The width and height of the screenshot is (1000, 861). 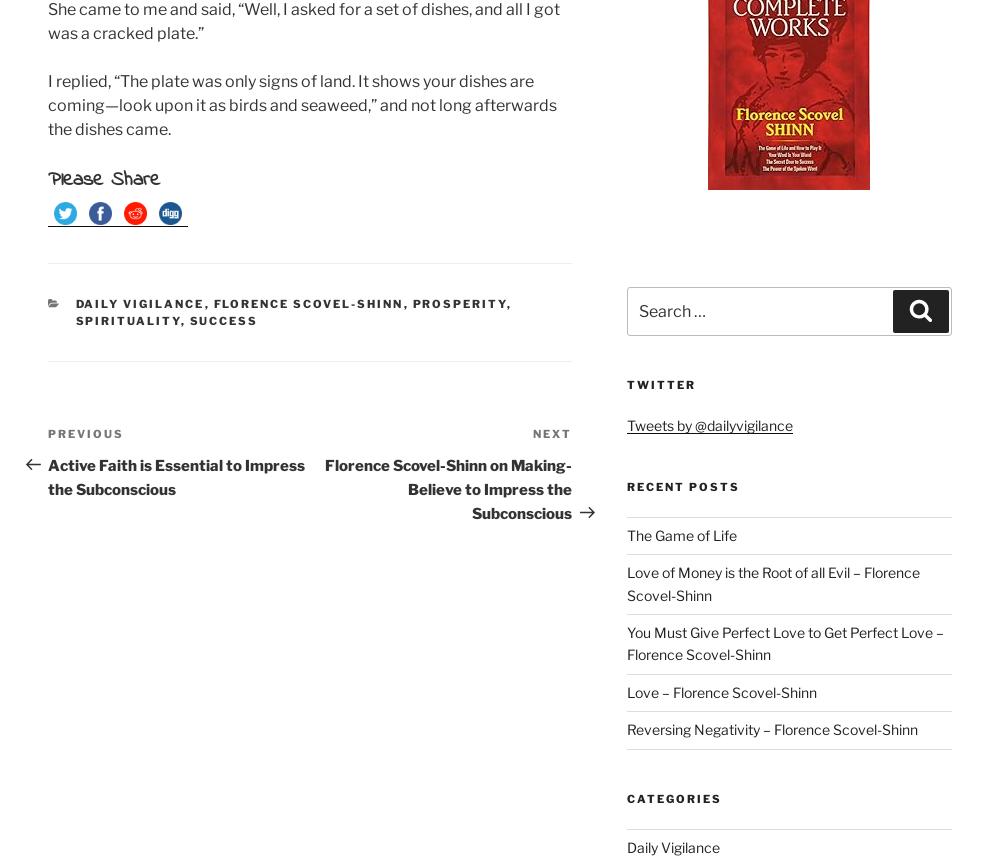 I want to click on 'You Must Give Perfect Love to Get Perfect Love – Florence Scovel-Shinn', so click(x=784, y=643).